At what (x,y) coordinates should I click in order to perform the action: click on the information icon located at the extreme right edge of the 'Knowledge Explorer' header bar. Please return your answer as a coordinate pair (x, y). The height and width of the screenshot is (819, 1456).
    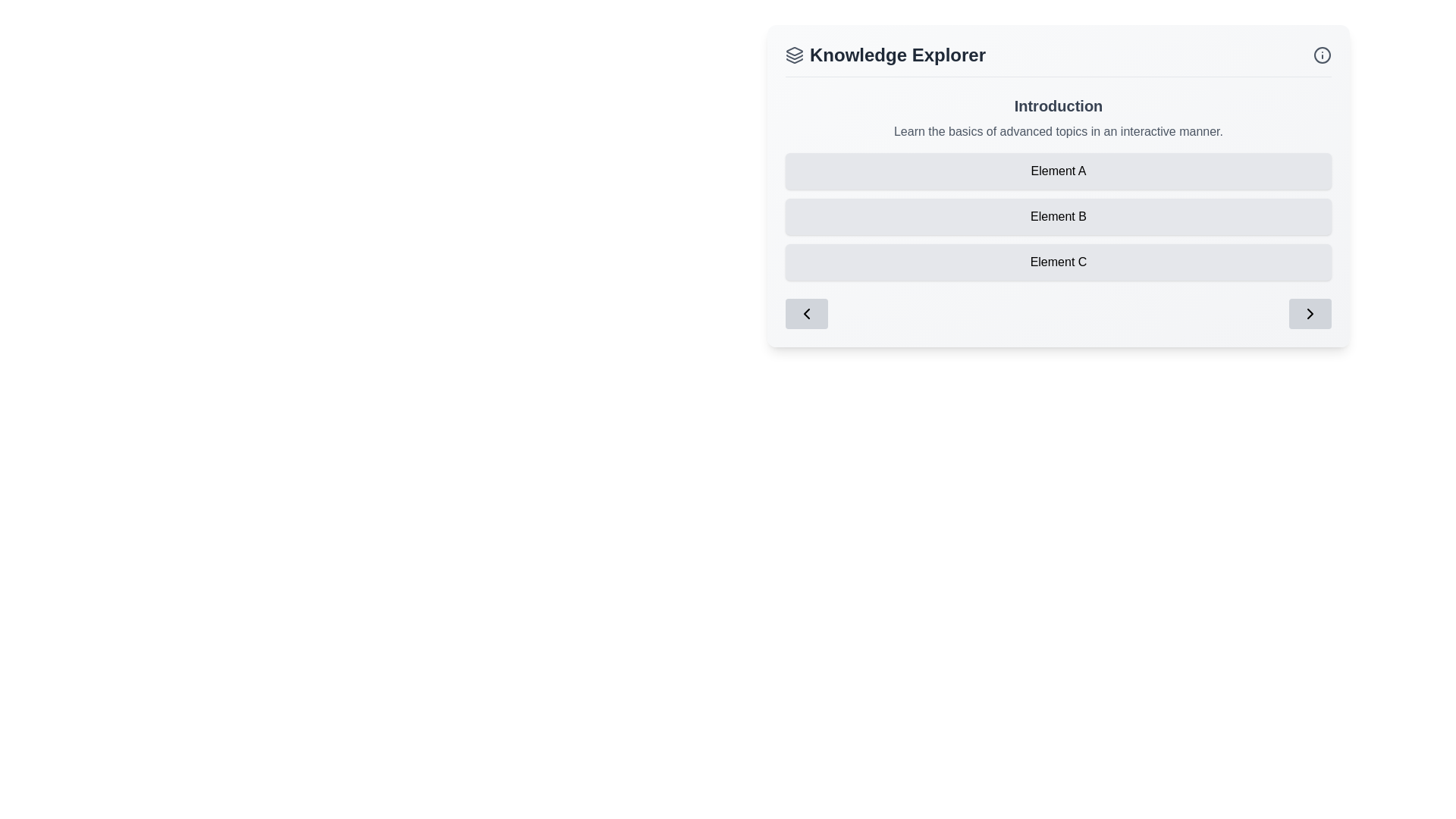
    Looking at the image, I should click on (1321, 55).